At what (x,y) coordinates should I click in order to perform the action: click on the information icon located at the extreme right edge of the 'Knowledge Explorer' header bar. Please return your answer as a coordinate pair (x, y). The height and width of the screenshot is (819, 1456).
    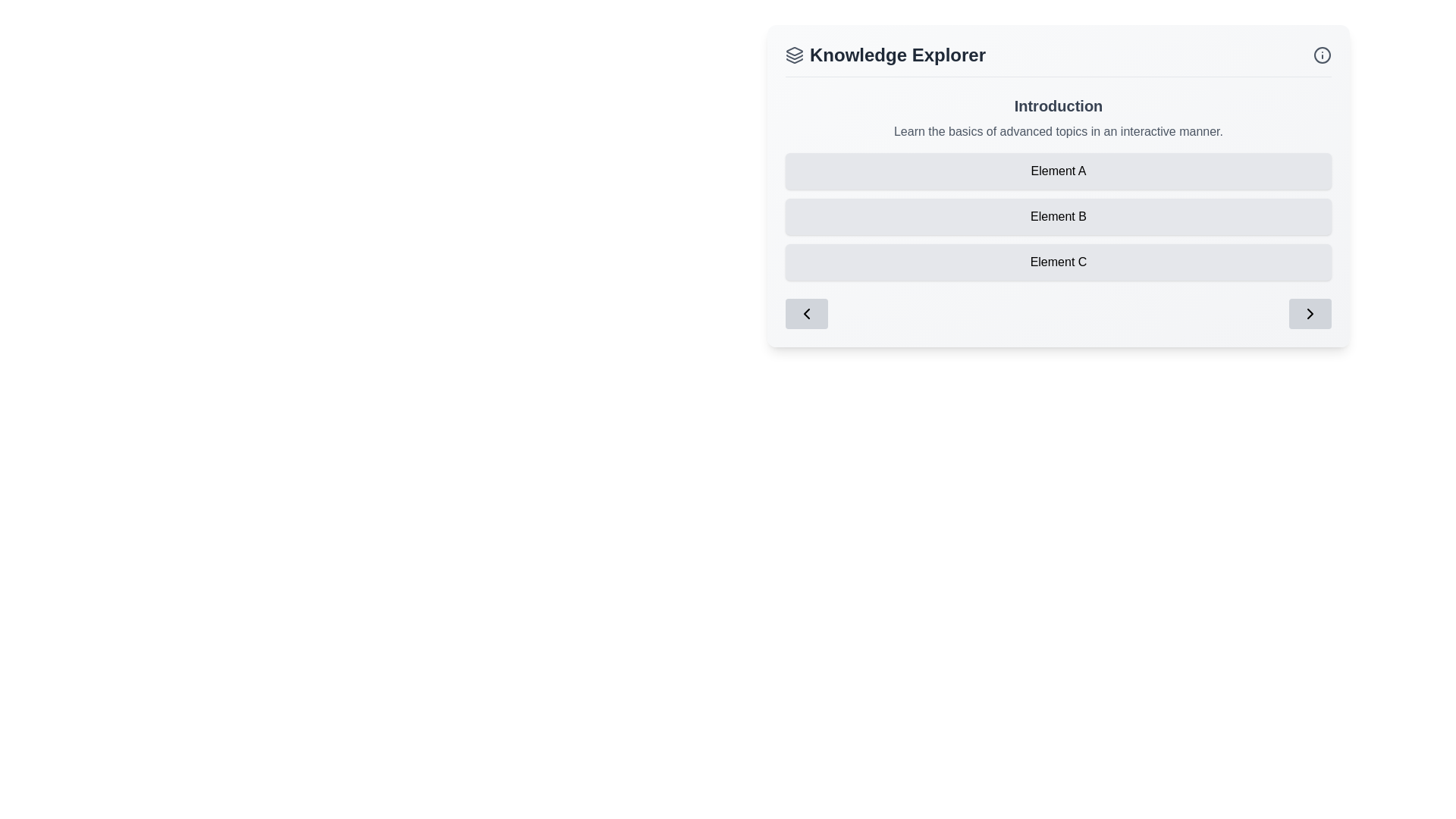
    Looking at the image, I should click on (1321, 55).